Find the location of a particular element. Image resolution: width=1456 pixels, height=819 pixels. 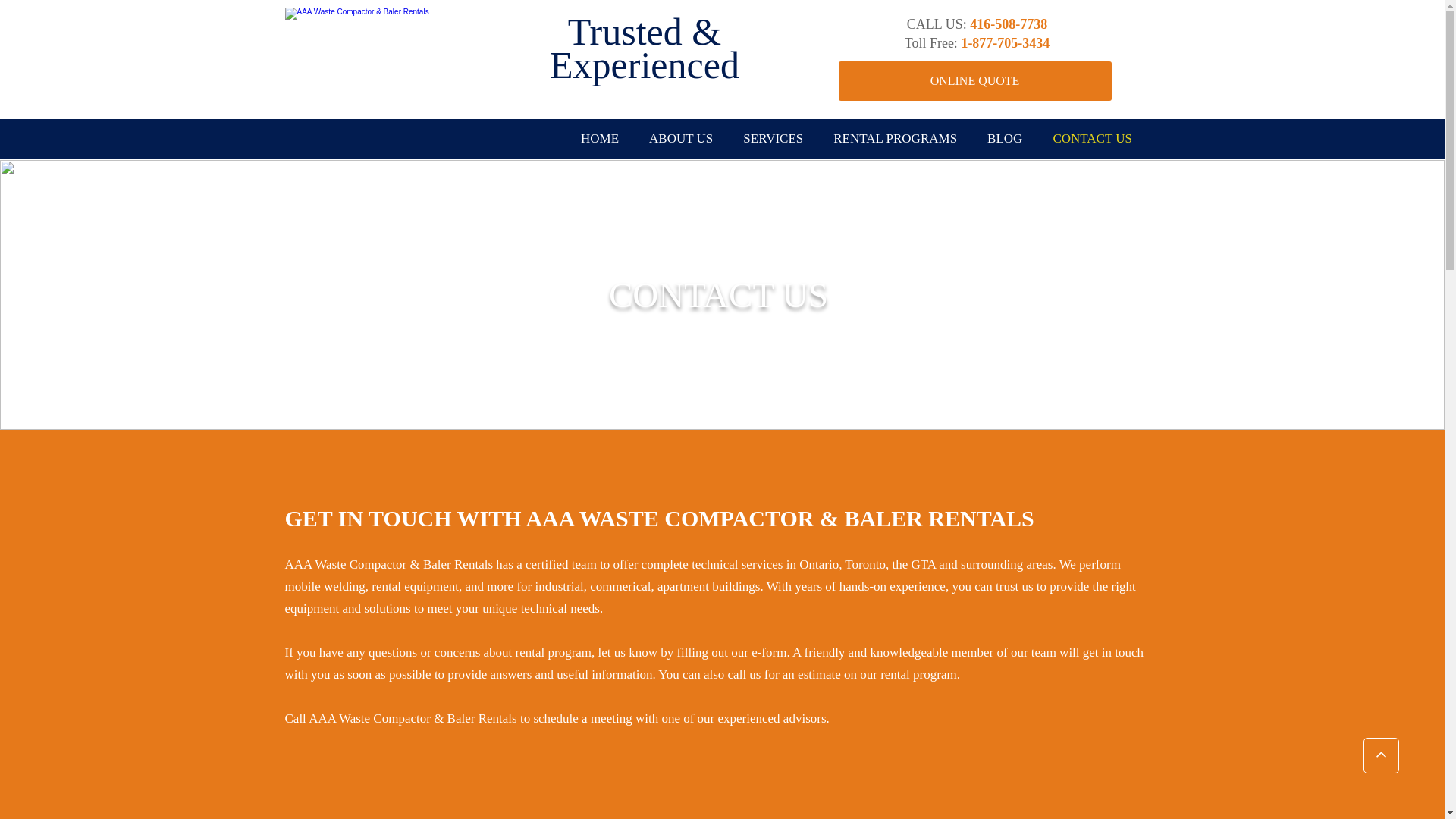

'ONLINE QUOTE' is located at coordinates (975, 81).